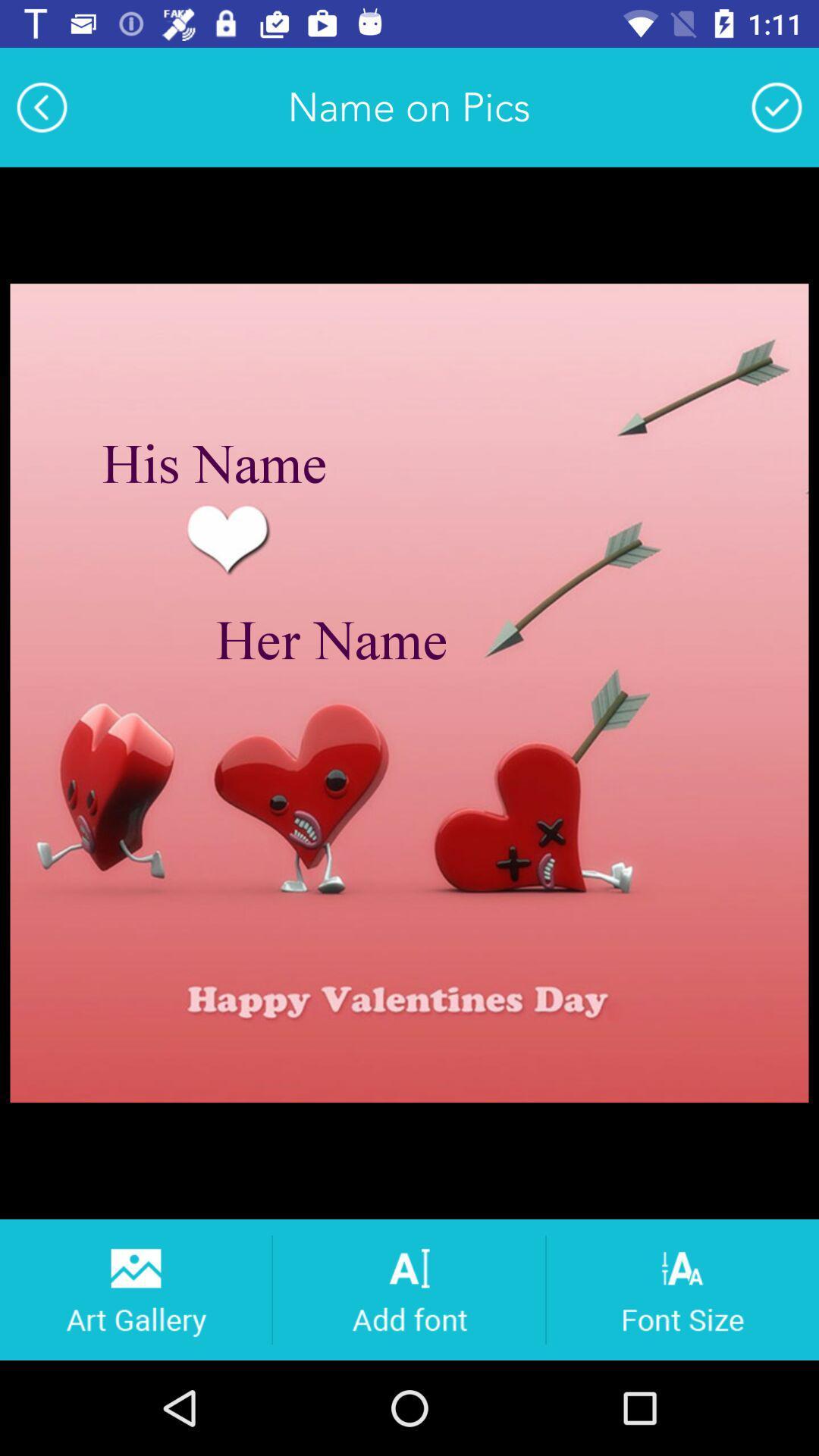 The width and height of the screenshot is (819, 1456). Describe the element at coordinates (134, 1288) in the screenshot. I see `art gallery` at that location.